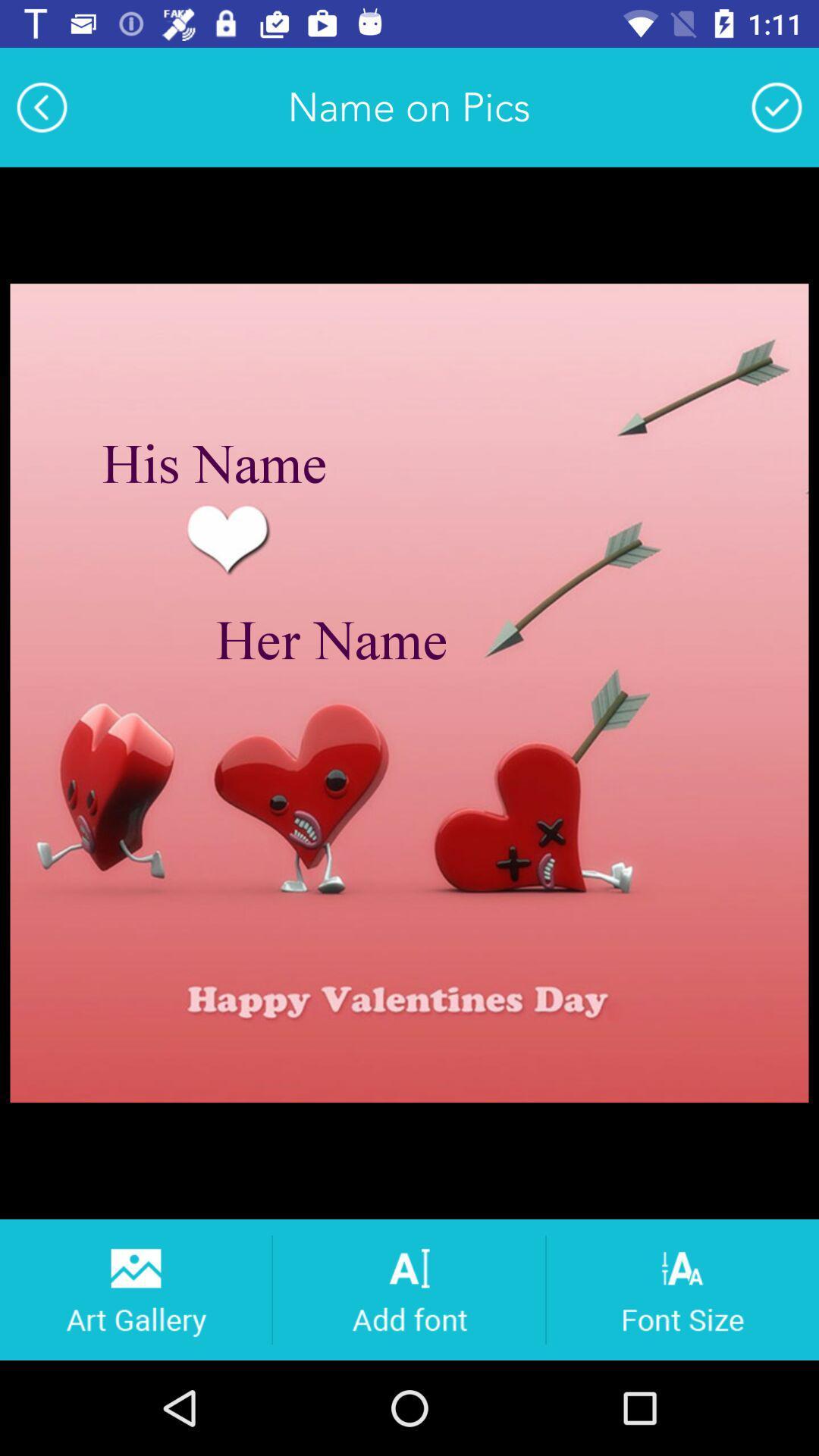 The width and height of the screenshot is (819, 1456). Describe the element at coordinates (134, 1288) in the screenshot. I see `art gallery` at that location.